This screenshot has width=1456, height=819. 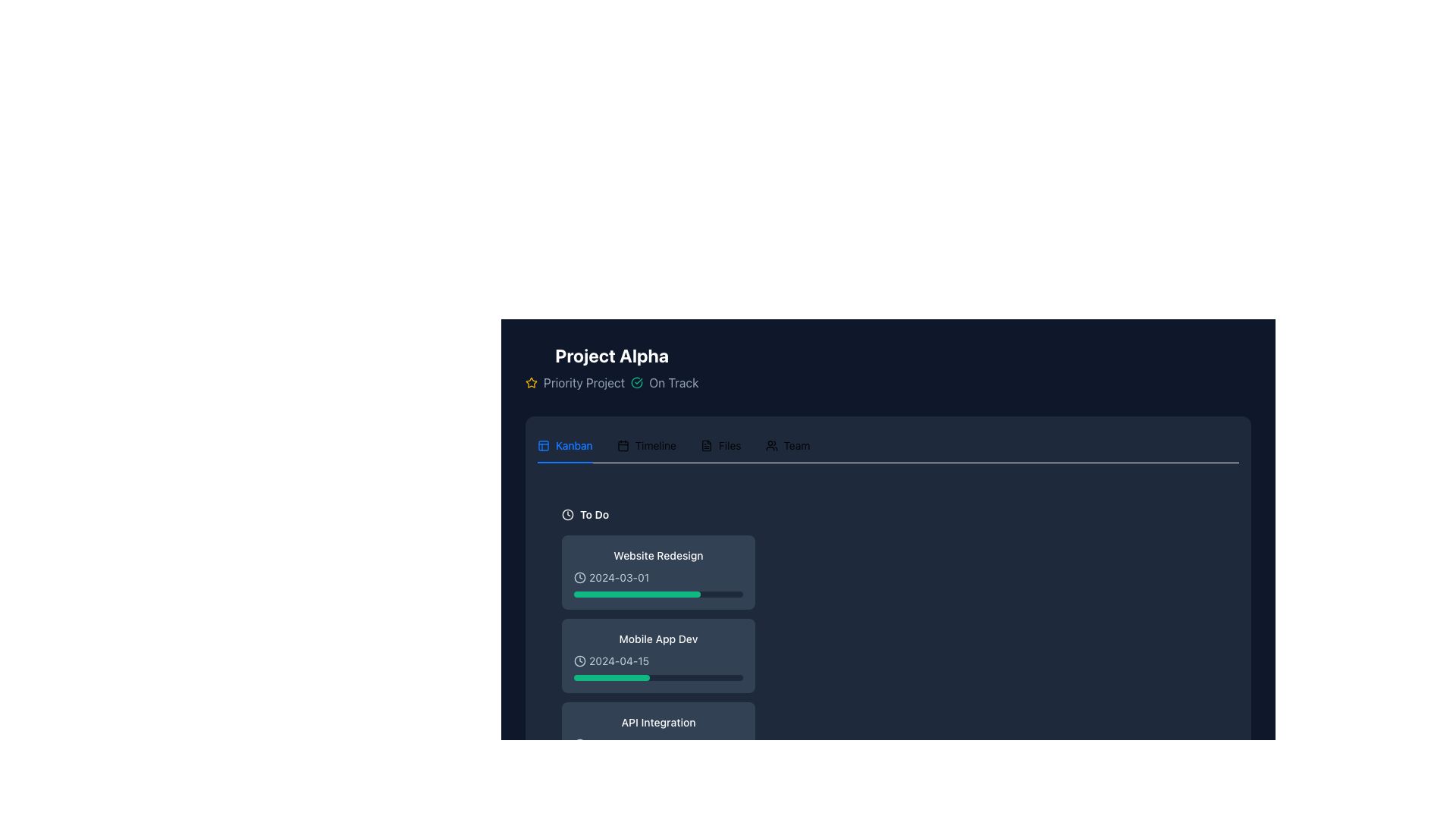 I want to click on the text label that reads 'Website Redesign', so click(x=658, y=555).